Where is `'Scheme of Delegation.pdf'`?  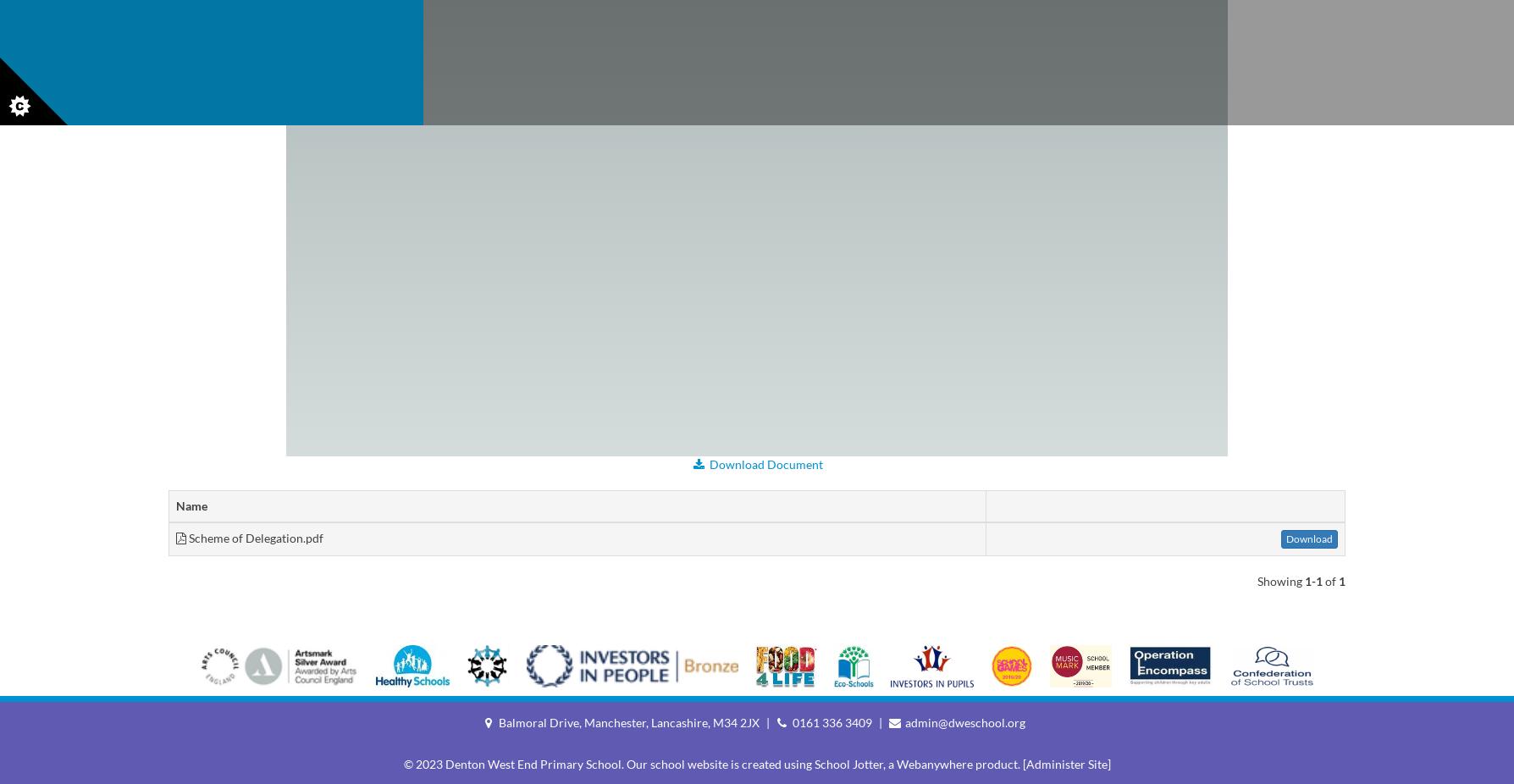
'Scheme of Delegation.pdf' is located at coordinates (253, 536).